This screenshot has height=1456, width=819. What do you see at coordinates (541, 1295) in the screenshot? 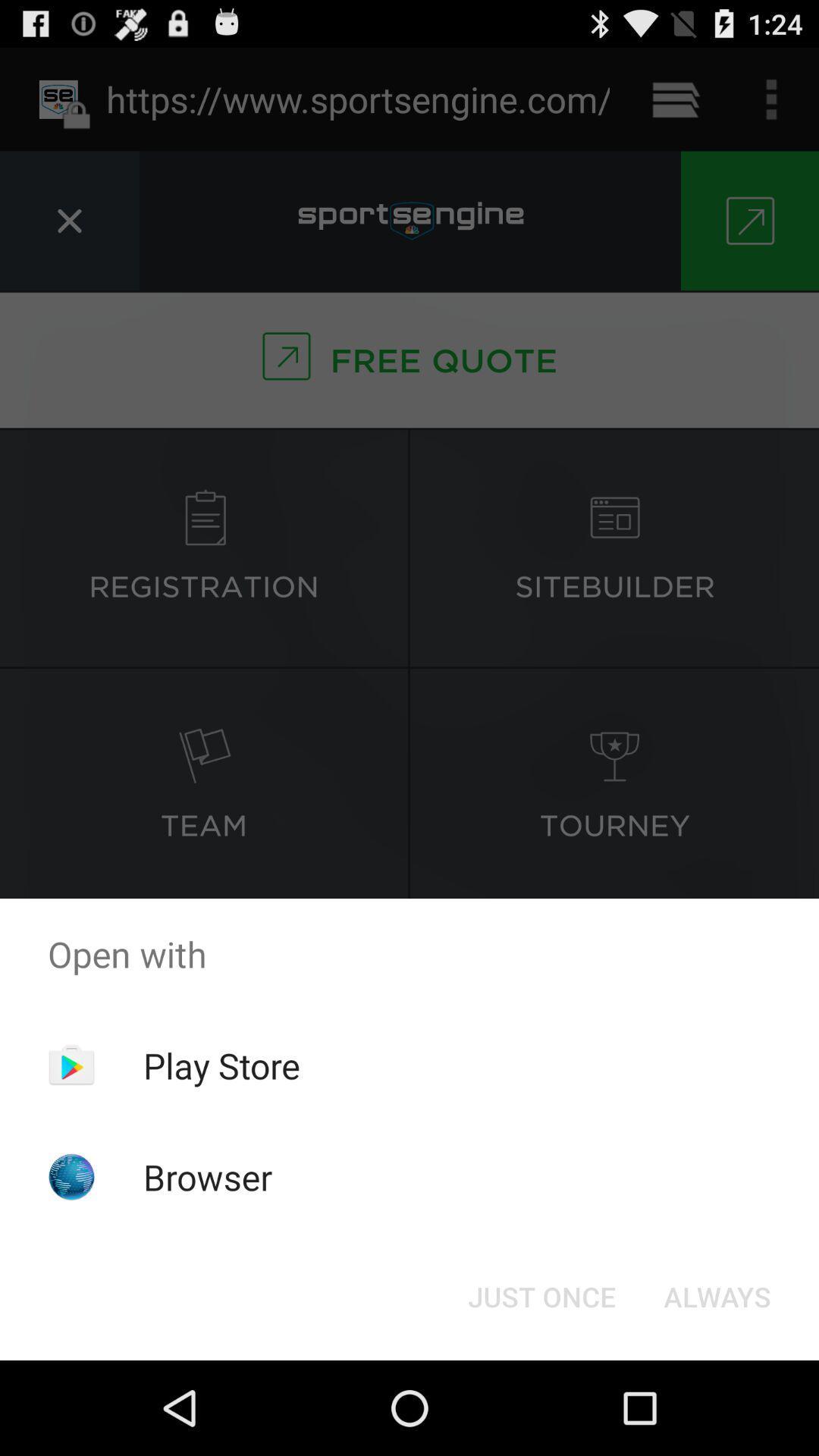
I see `the button to the left of the always icon` at bounding box center [541, 1295].